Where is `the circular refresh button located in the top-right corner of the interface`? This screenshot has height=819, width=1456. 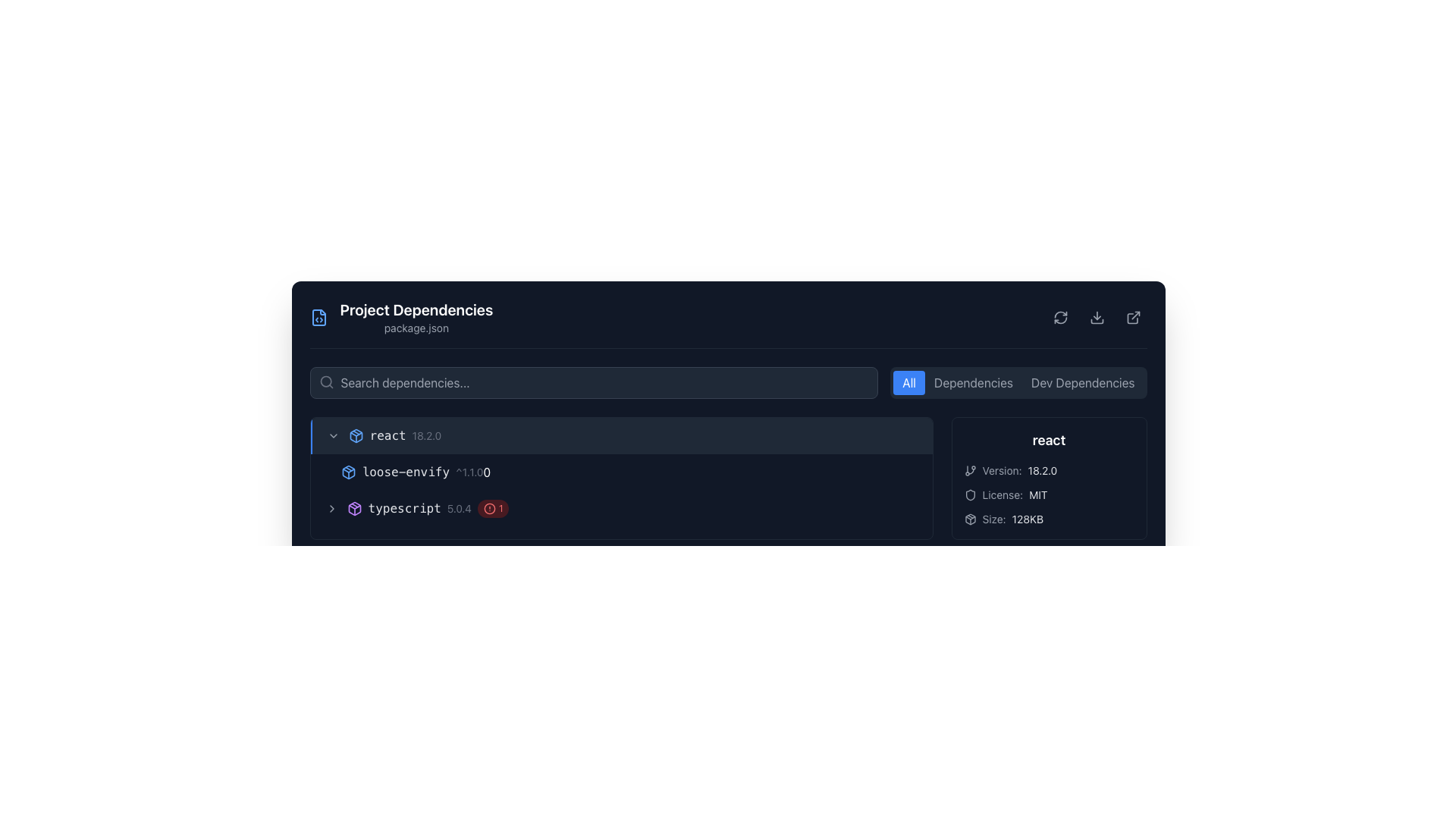 the circular refresh button located in the top-right corner of the interface is located at coordinates (1059, 317).